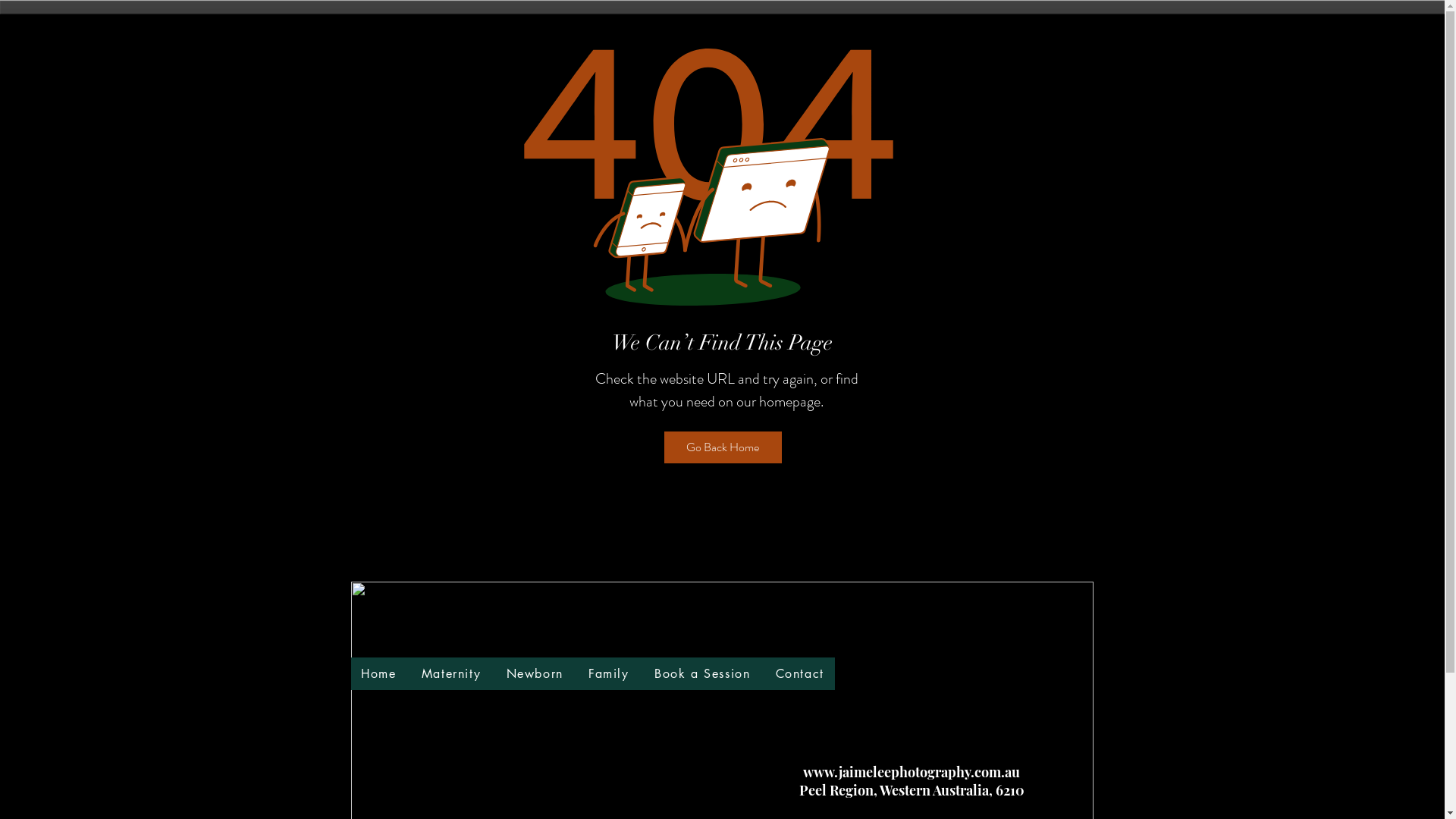 Image resolution: width=1456 pixels, height=819 pixels. I want to click on 'Newborn', so click(535, 673).